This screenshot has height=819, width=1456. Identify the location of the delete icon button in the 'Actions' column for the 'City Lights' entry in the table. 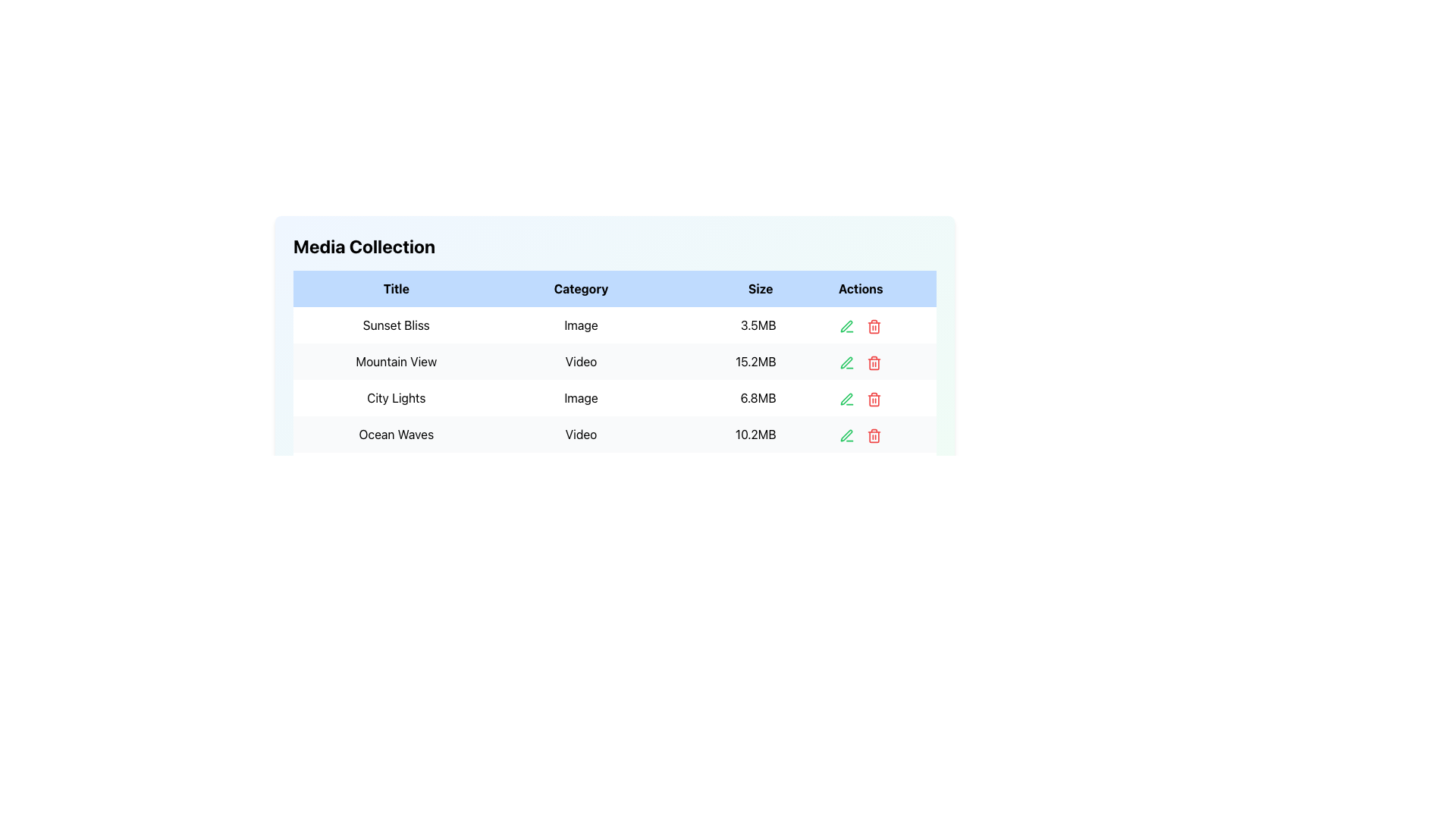
(874, 398).